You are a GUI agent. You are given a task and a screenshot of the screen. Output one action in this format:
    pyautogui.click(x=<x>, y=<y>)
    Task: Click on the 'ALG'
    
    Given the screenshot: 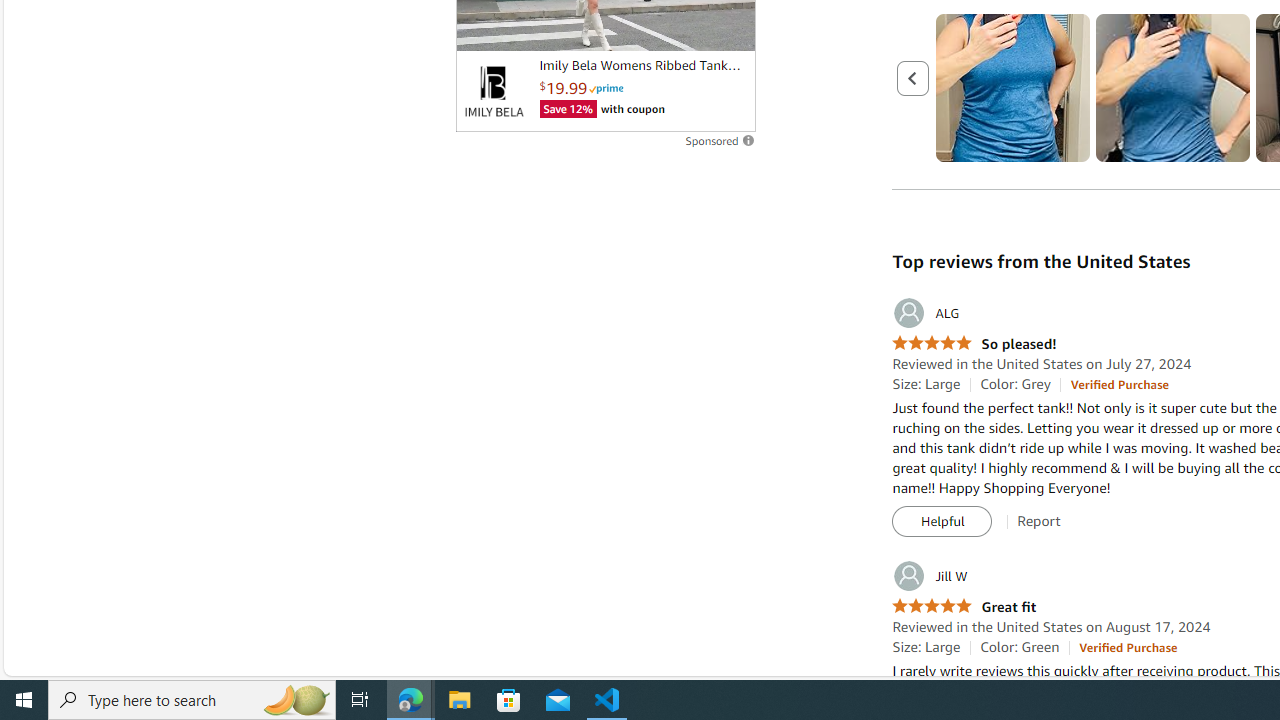 What is the action you would take?
    pyautogui.click(x=925, y=313)
    